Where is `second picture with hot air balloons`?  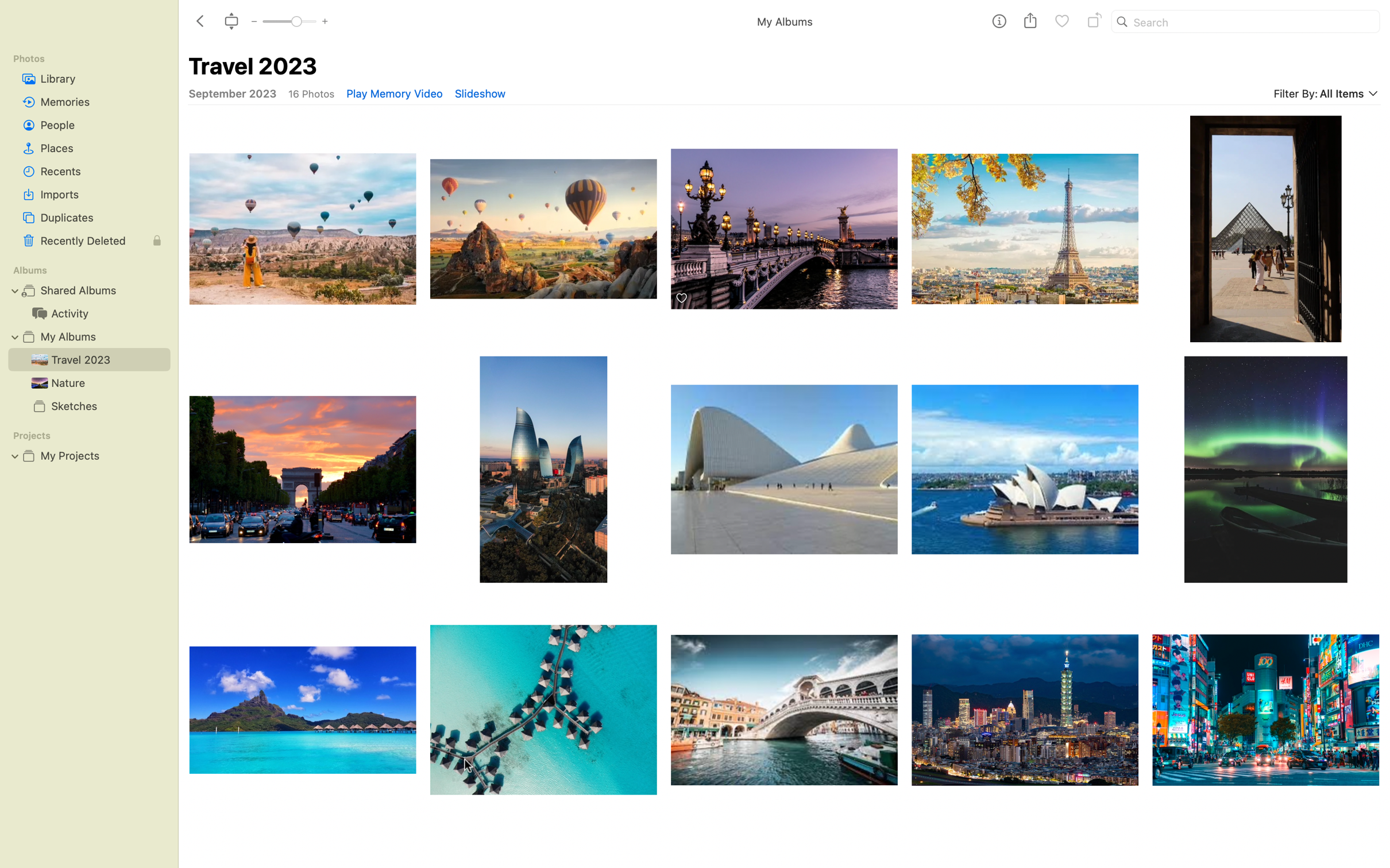 second picture with hot air balloons is located at coordinates (543, 222).